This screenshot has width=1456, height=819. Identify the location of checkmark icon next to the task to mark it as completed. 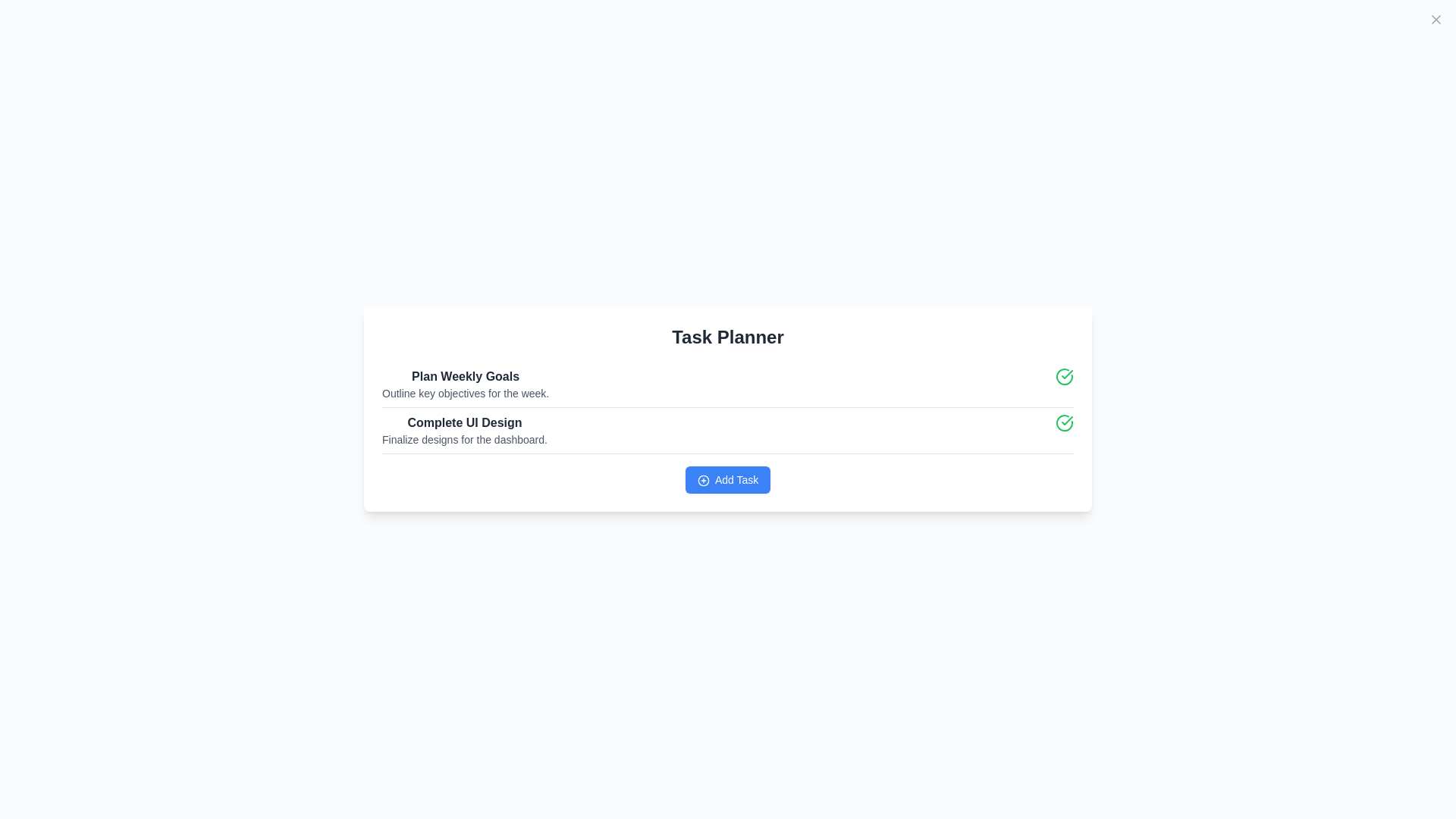
(1063, 376).